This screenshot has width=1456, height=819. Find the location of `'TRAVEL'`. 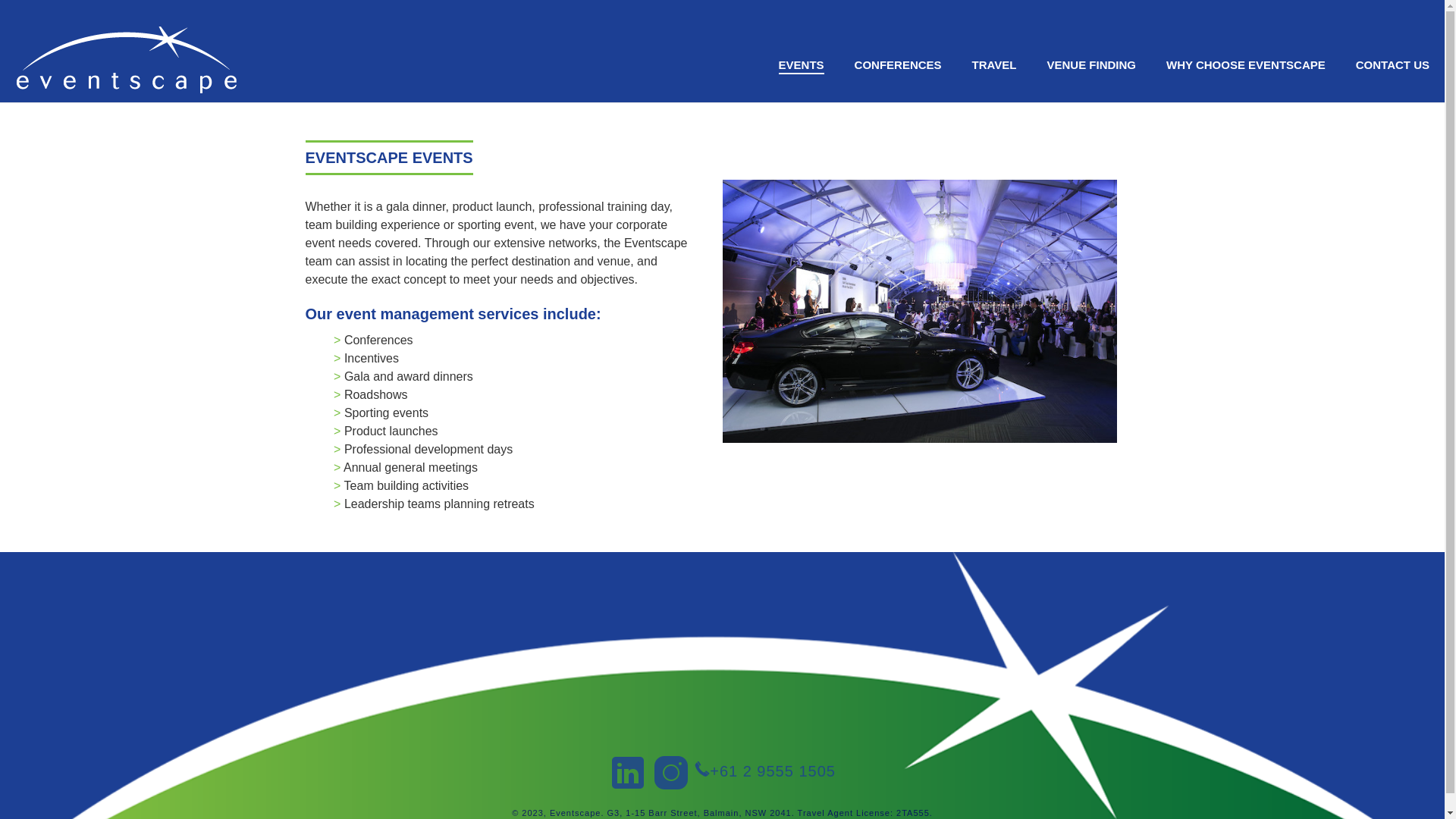

'TRAVEL' is located at coordinates (994, 64).